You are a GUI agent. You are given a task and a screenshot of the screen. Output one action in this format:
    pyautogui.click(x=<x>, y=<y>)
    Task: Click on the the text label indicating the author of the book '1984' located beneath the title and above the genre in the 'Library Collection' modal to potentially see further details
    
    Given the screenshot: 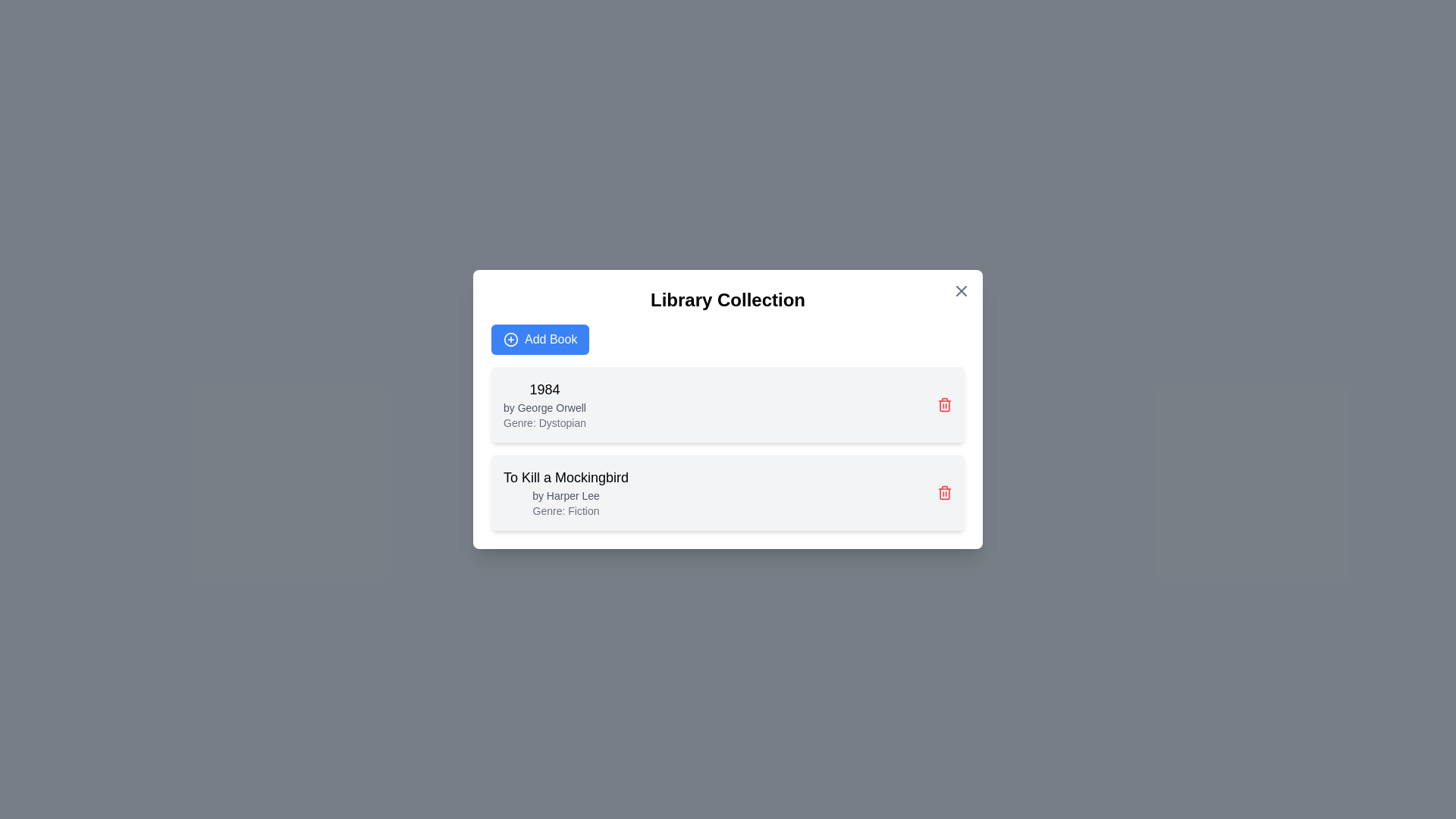 What is the action you would take?
    pyautogui.click(x=544, y=406)
    